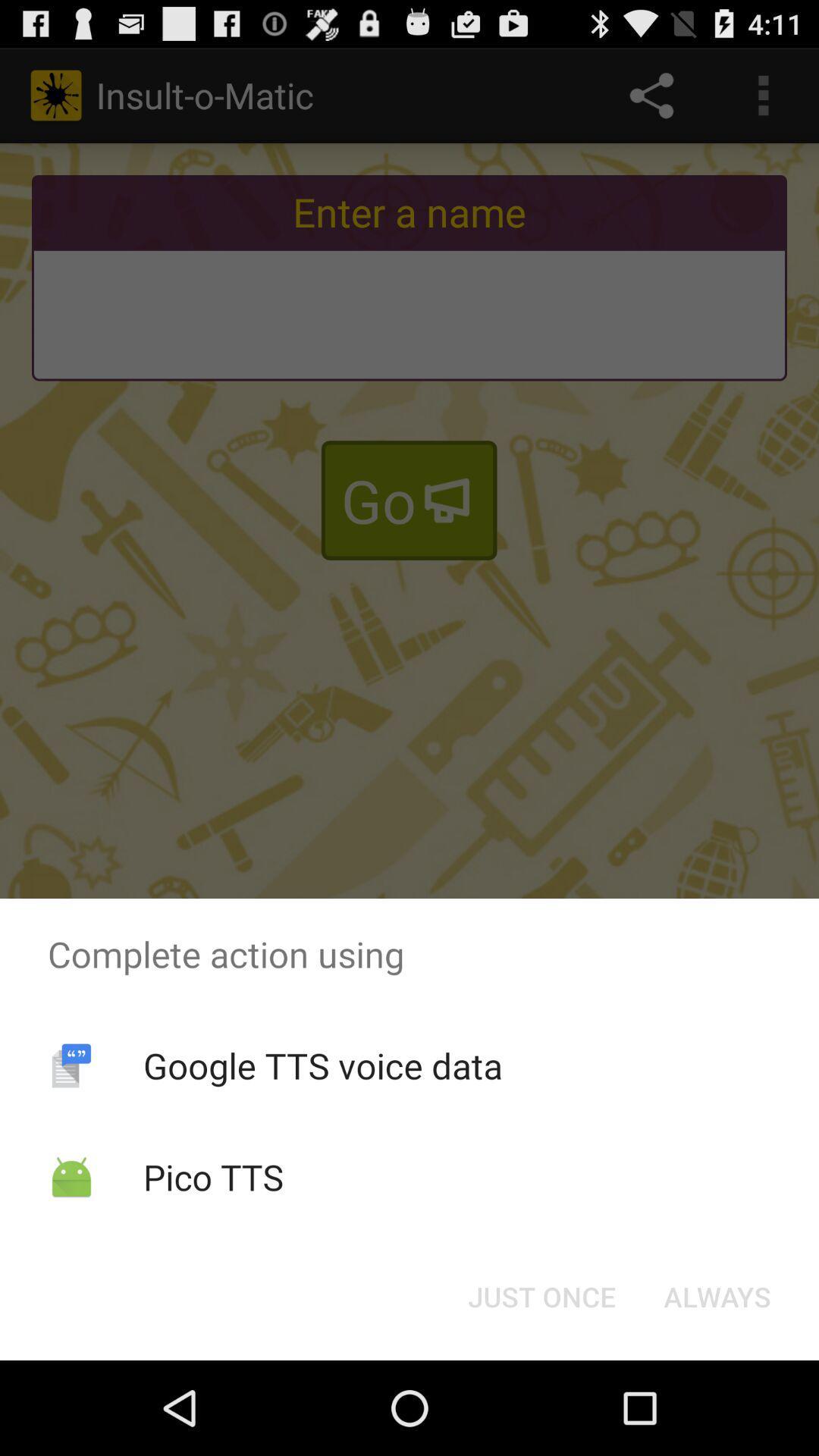 This screenshot has width=819, height=1456. Describe the element at coordinates (322, 1065) in the screenshot. I see `the app above pico tts app` at that location.